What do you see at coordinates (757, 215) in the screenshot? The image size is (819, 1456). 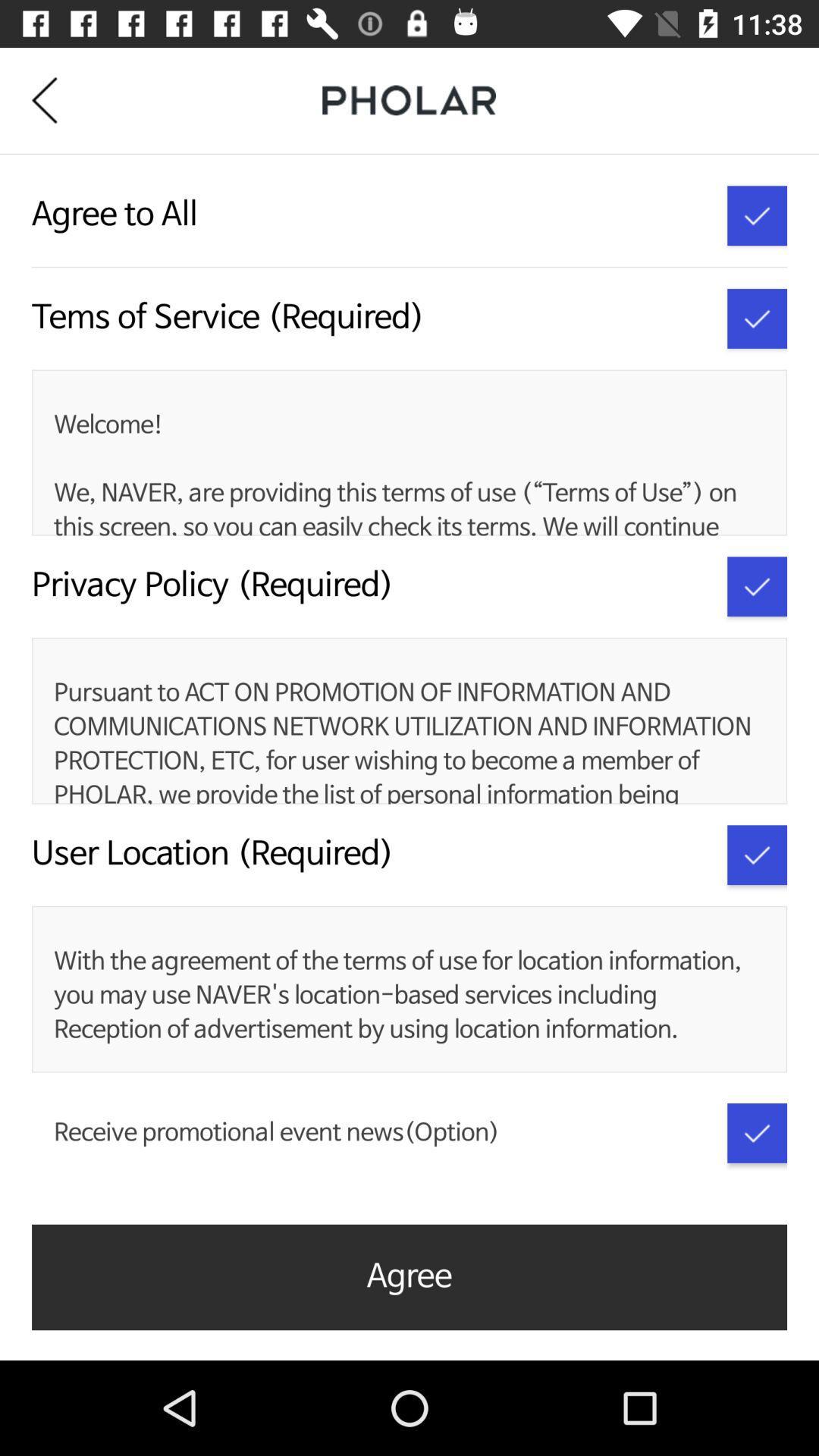 I see `agree with the terms of service` at bounding box center [757, 215].